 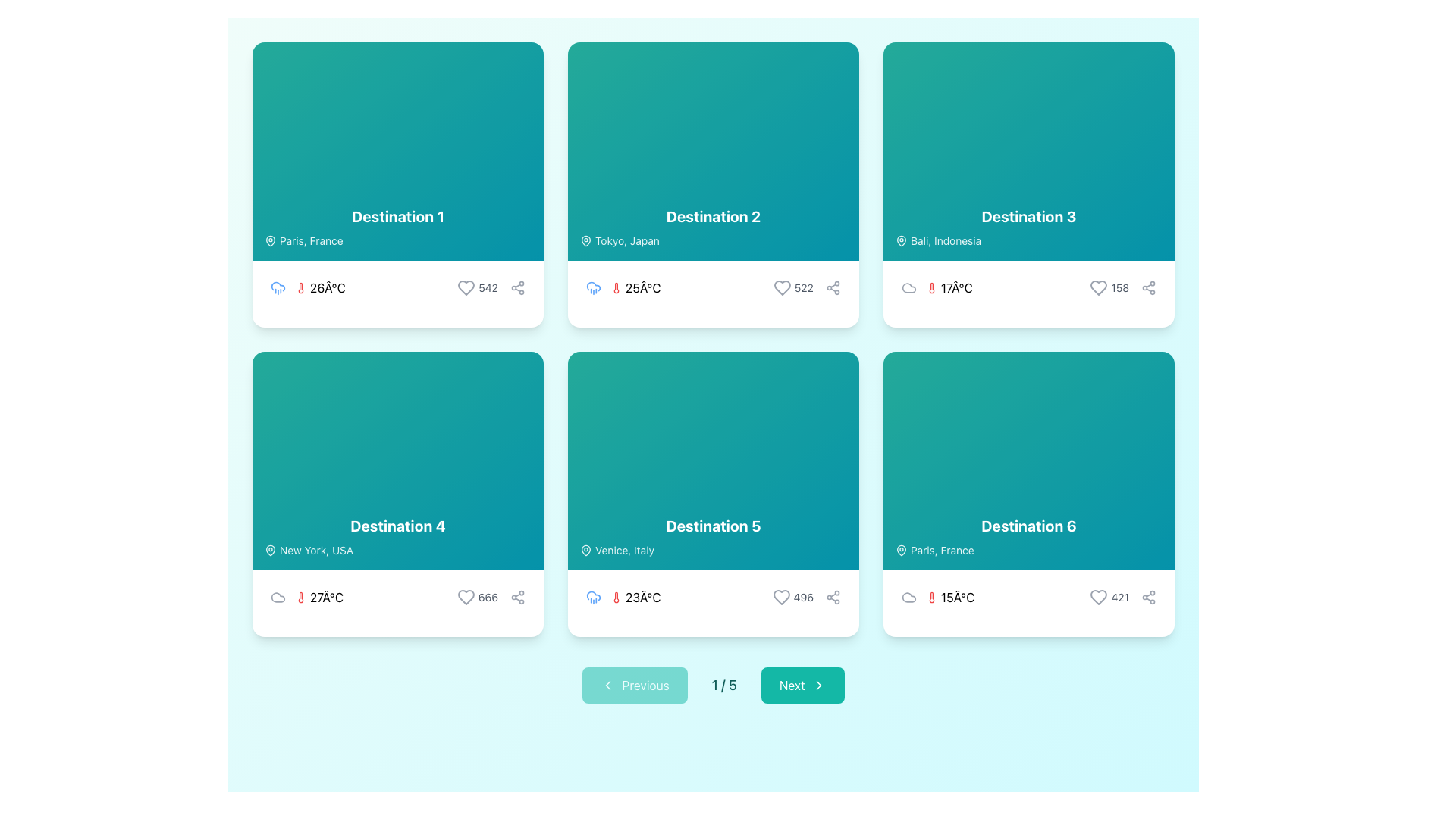 What do you see at coordinates (909, 596) in the screenshot?
I see `the cloud icon located in the bottom-right card under the 'Destination 6' title, next to the temperature reading (15°C)` at bounding box center [909, 596].